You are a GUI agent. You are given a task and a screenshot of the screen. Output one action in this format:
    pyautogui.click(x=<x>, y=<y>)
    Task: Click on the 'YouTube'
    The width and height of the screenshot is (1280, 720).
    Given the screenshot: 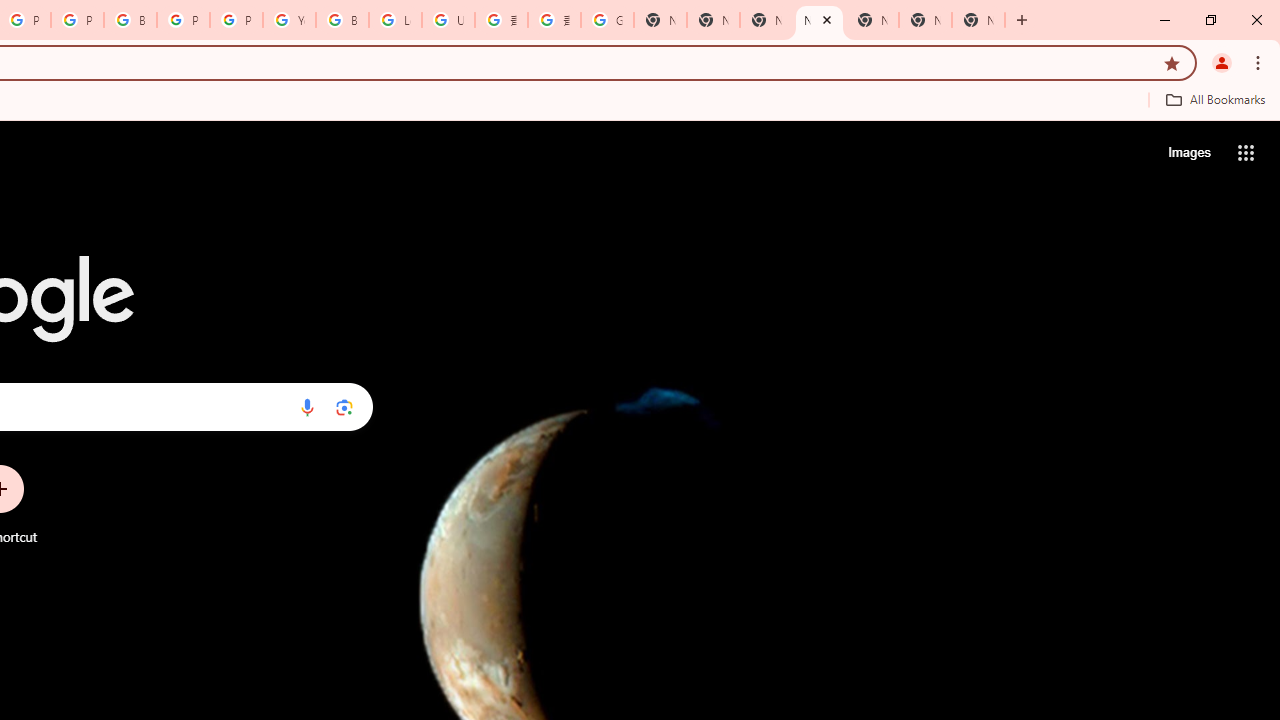 What is the action you would take?
    pyautogui.click(x=288, y=20)
    